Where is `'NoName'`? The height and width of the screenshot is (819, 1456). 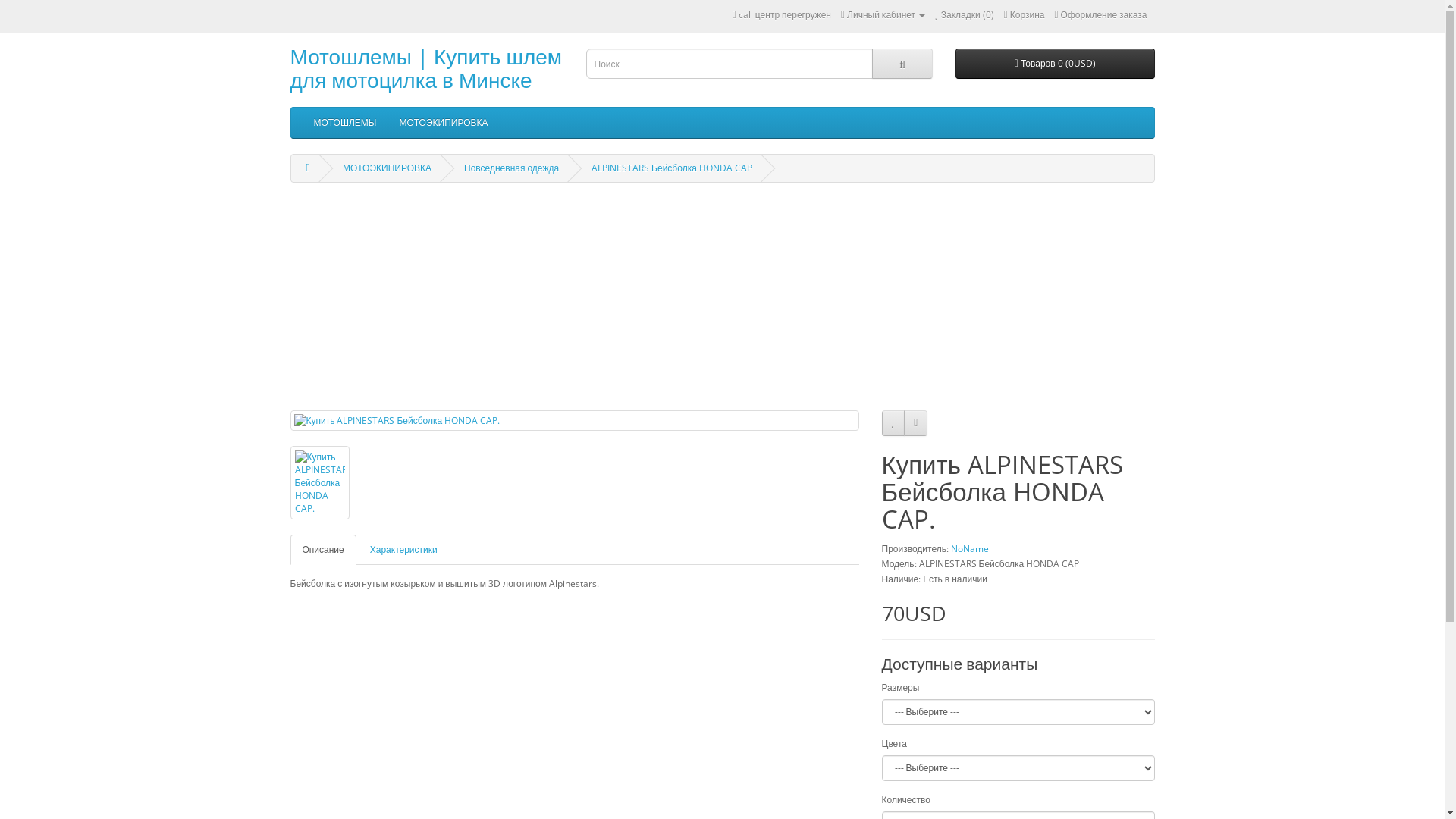
'NoName' is located at coordinates (968, 548).